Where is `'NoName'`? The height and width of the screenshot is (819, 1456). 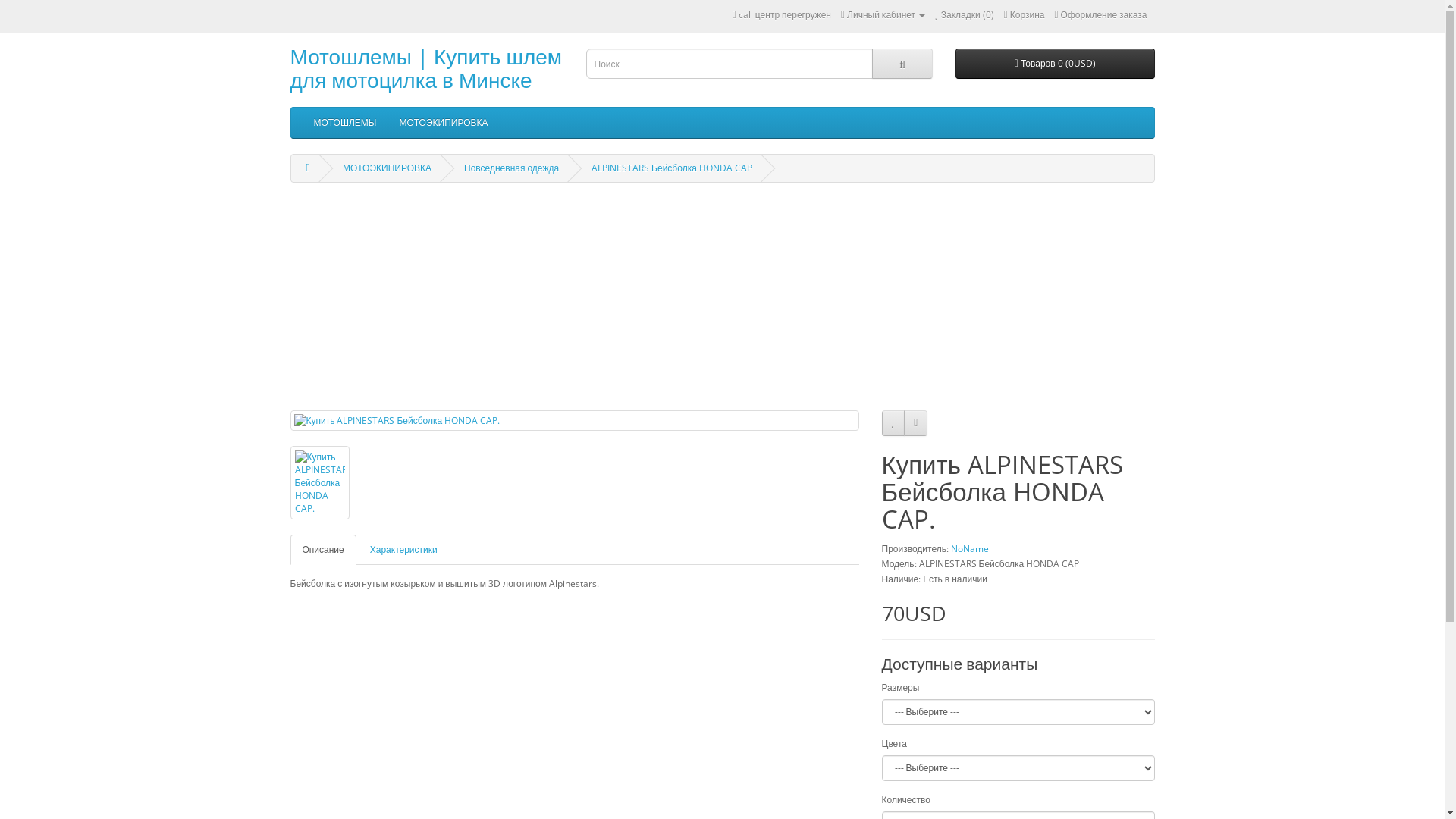
'NoName' is located at coordinates (968, 548).